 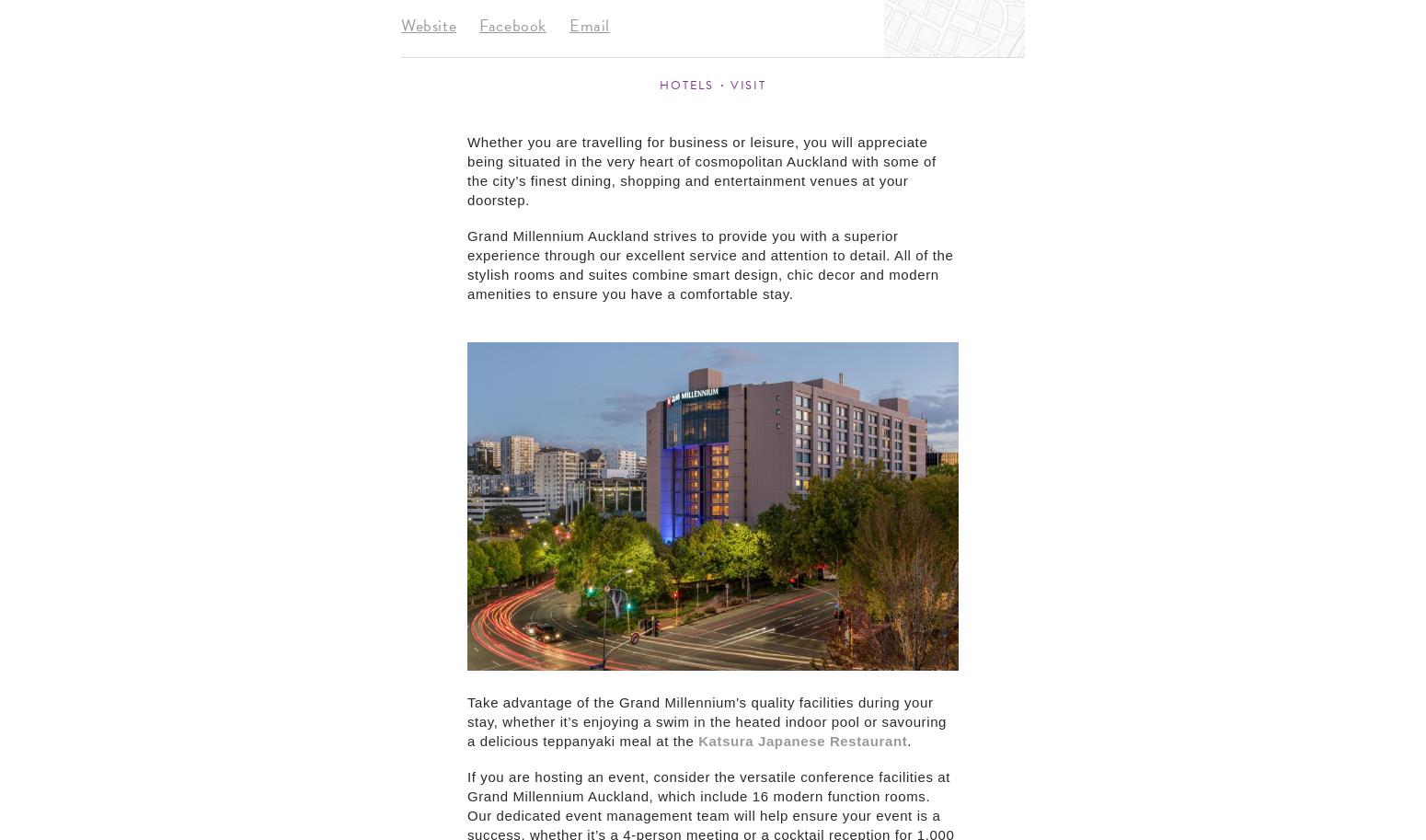 I want to click on 'Dining', so click(x=1100, y=195).